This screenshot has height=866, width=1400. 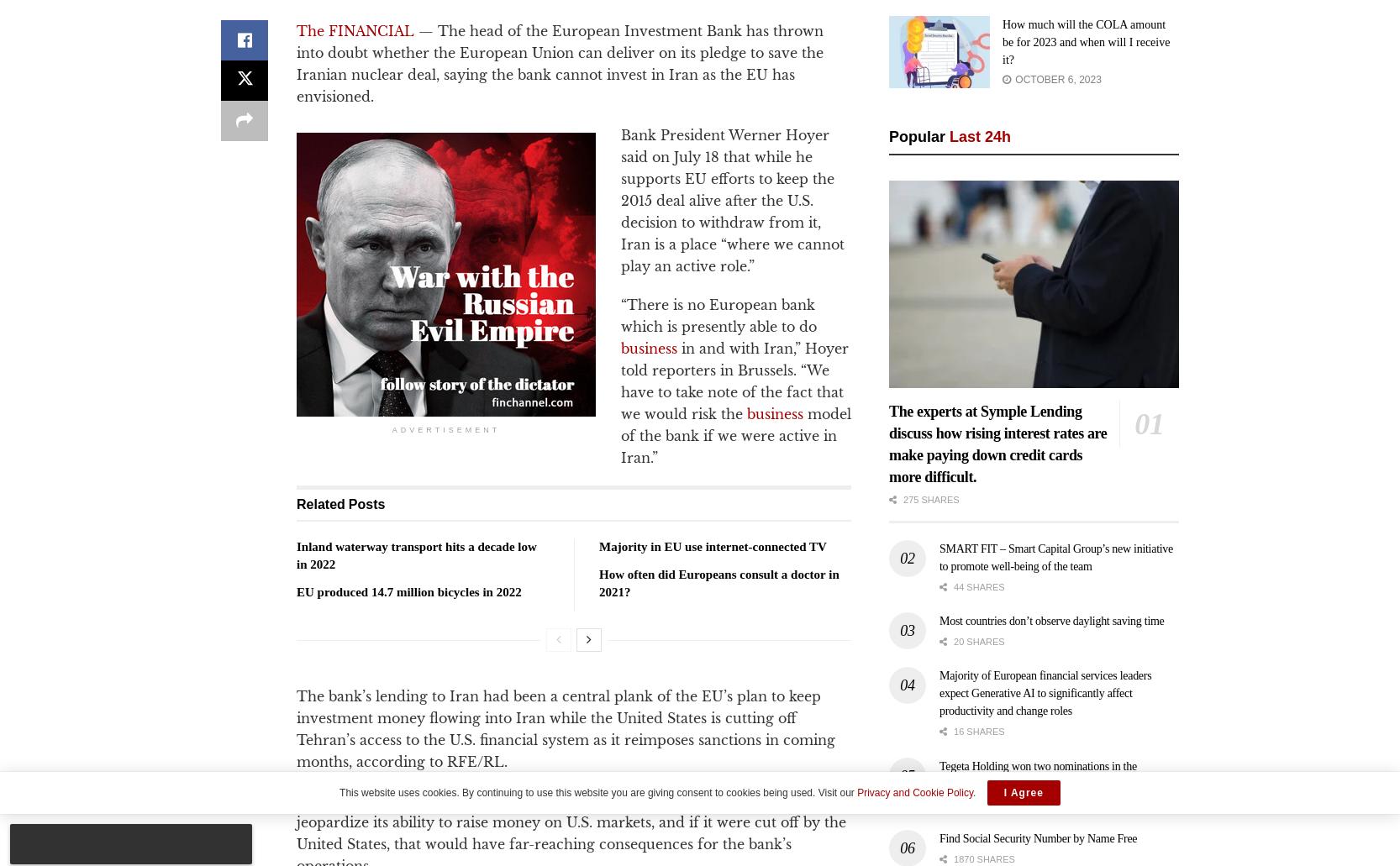 What do you see at coordinates (976, 640) in the screenshot?
I see `'20 shares'` at bounding box center [976, 640].